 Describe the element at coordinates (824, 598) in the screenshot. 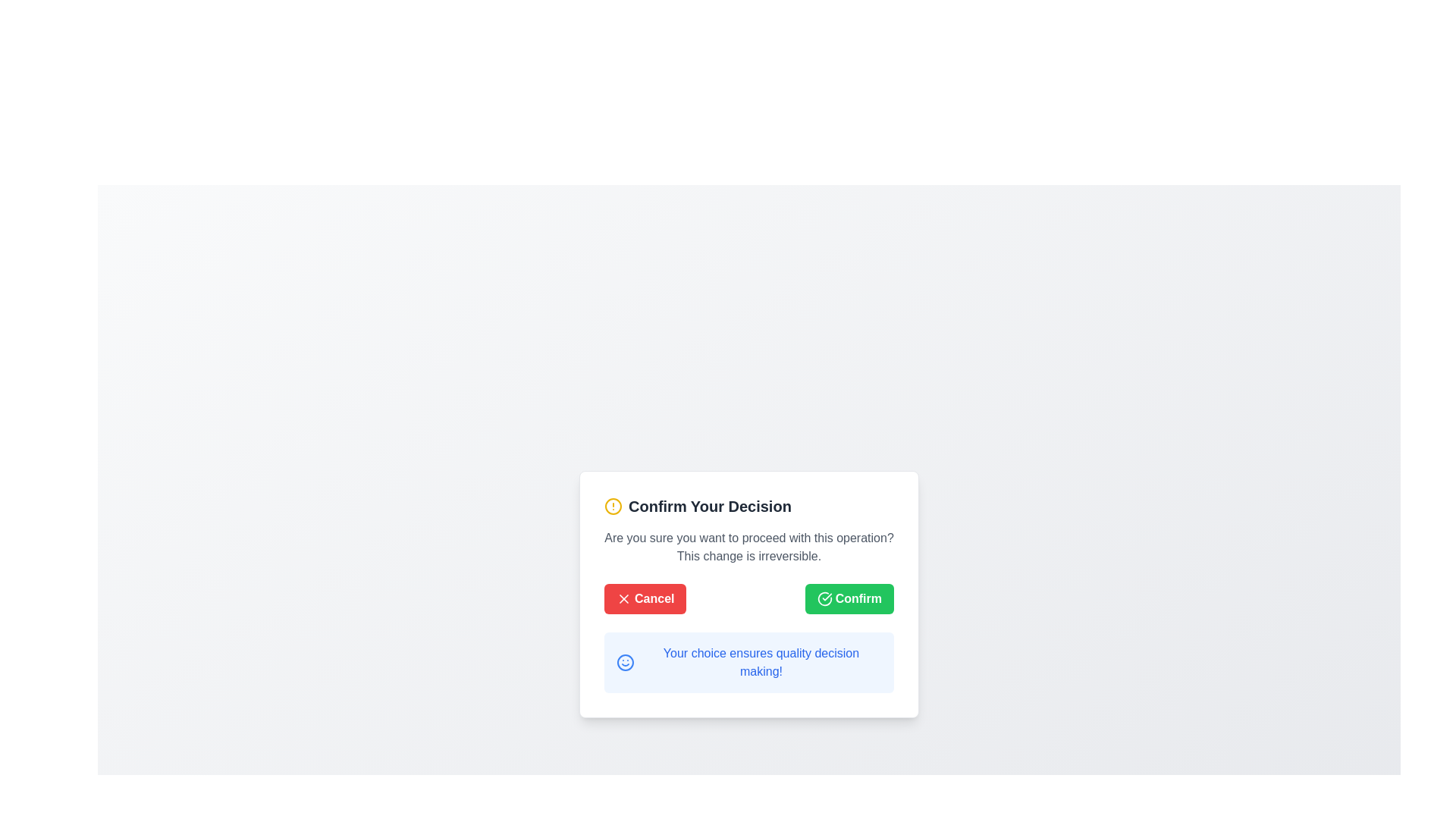

I see `the circular component of the SVG graphic that serves as a status or confirmation indicator within the dialog box` at that location.